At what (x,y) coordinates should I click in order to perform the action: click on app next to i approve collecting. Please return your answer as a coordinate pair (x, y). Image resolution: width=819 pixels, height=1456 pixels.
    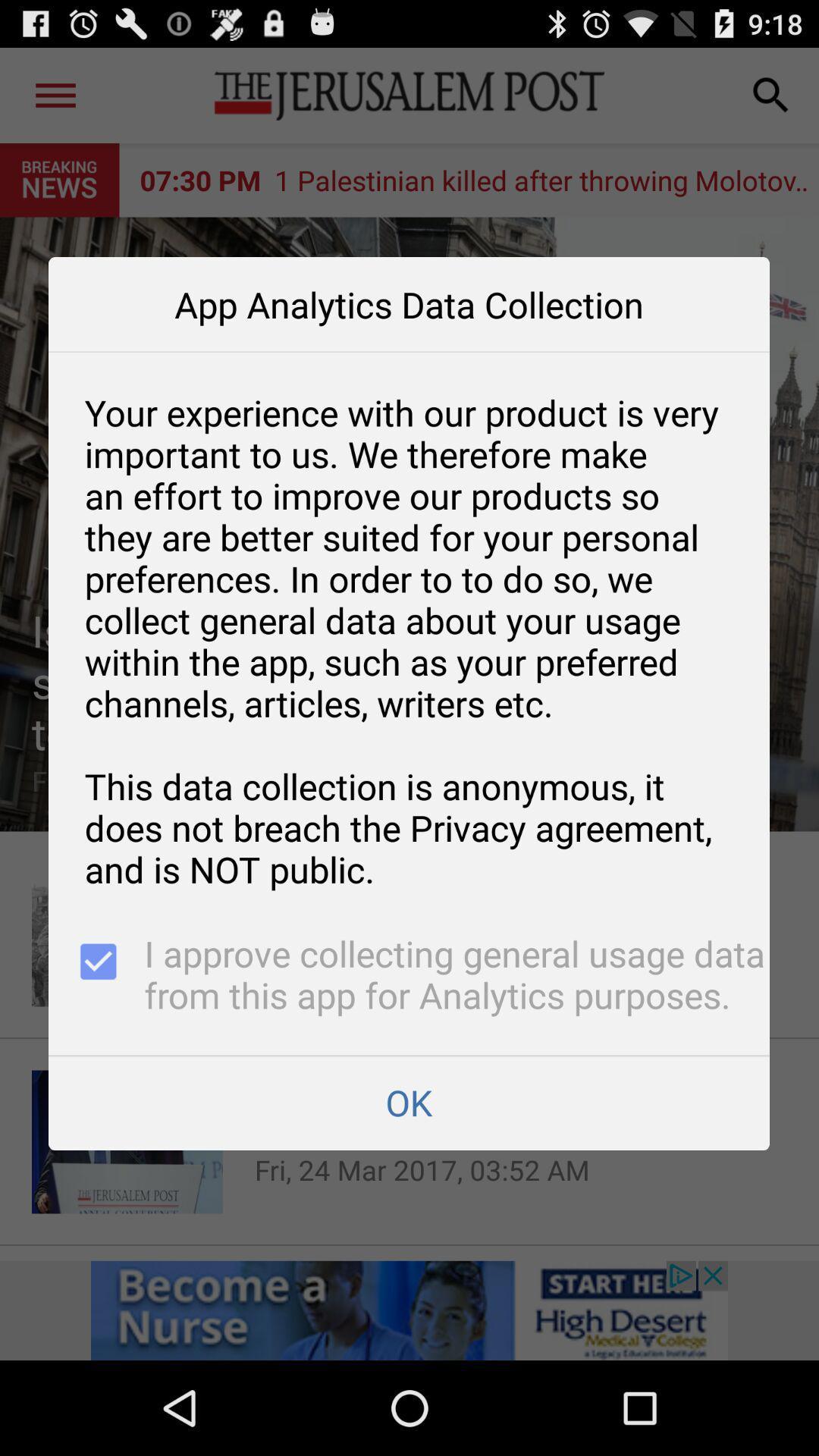
    Looking at the image, I should click on (96, 977).